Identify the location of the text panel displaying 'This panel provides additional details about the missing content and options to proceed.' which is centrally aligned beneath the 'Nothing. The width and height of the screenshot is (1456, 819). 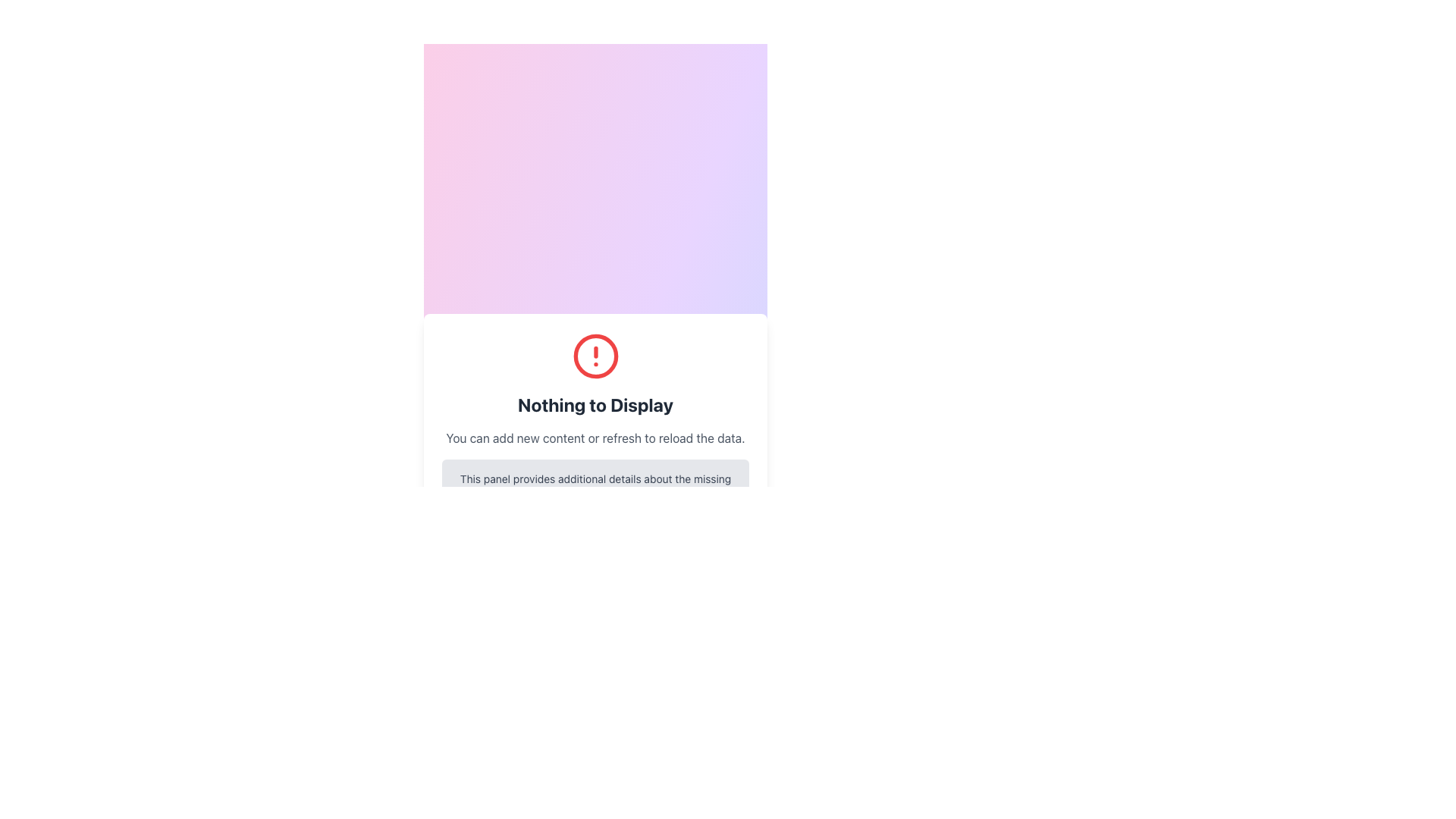
(595, 486).